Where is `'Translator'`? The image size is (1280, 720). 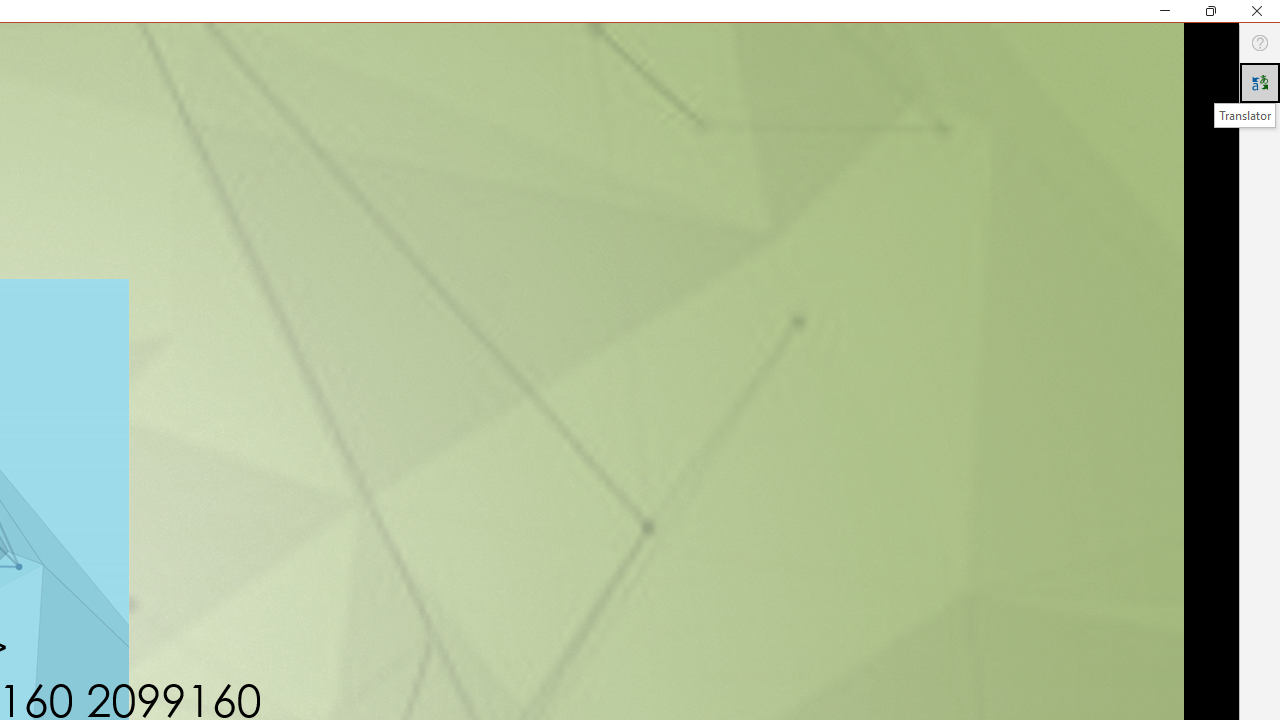 'Translator' is located at coordinates (1259, 82).